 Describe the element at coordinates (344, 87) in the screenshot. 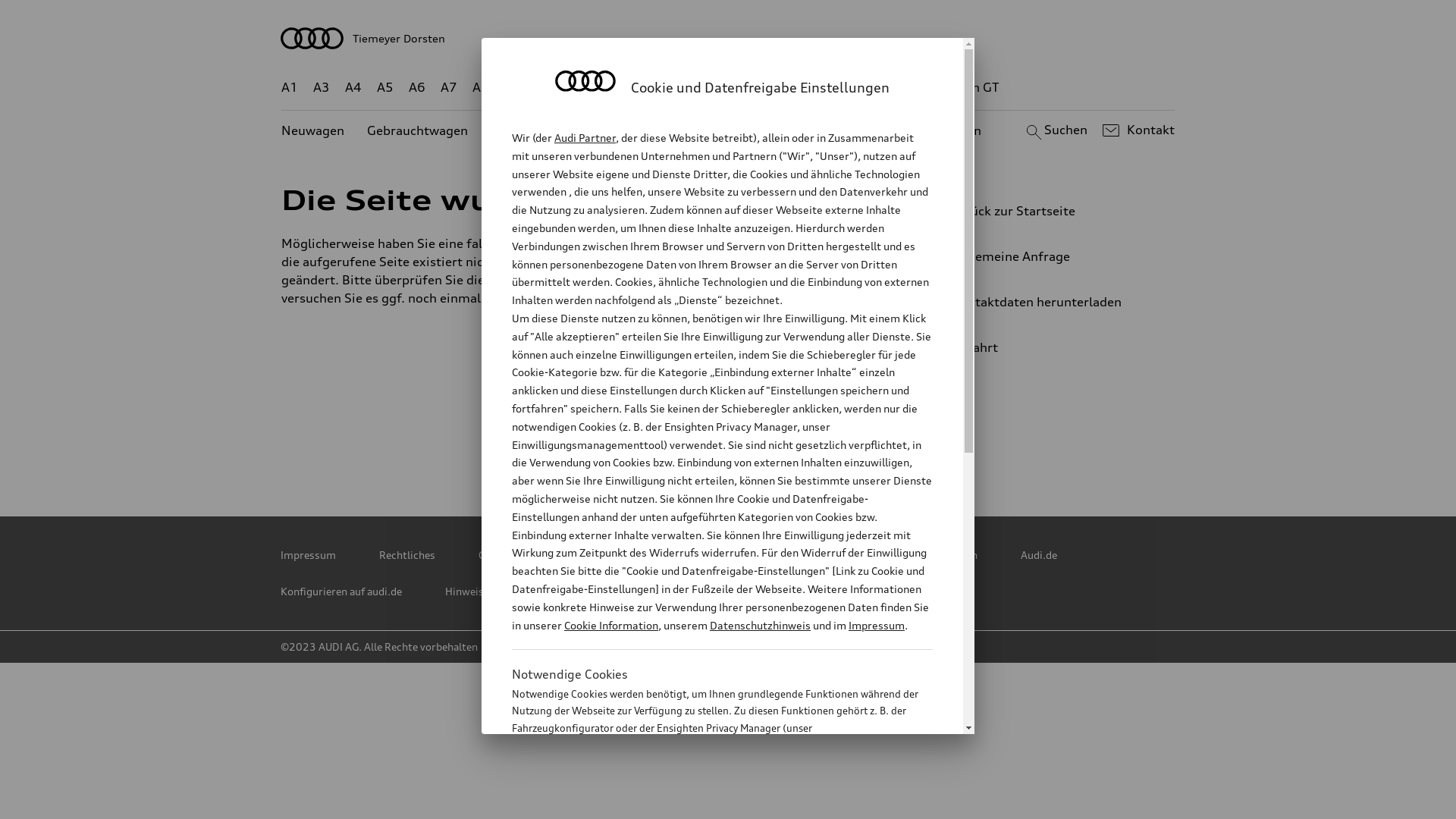

I see `'A4'` at that location.